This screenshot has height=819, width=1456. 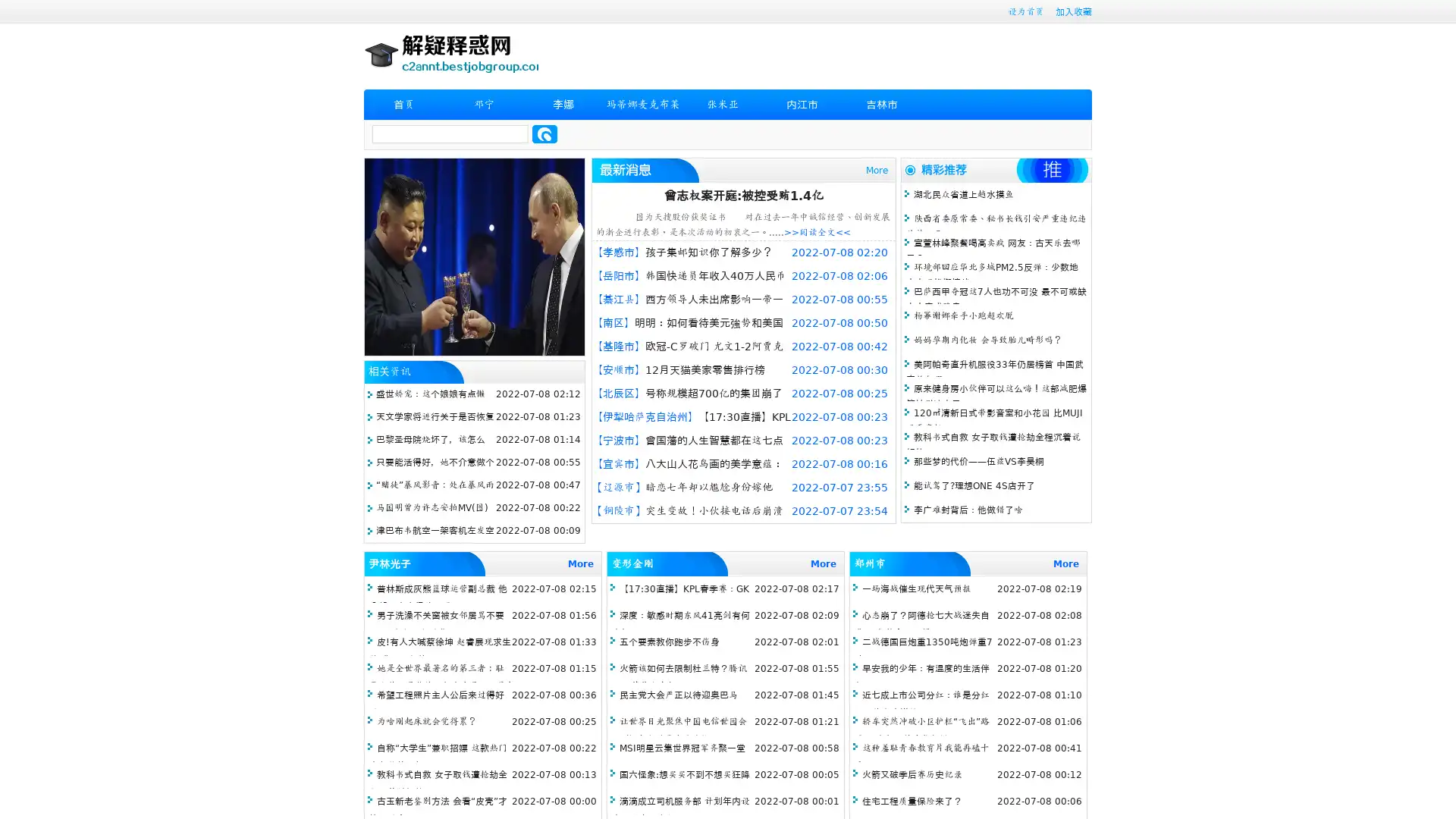 I want to click on Search, so click(x=544, y=133).